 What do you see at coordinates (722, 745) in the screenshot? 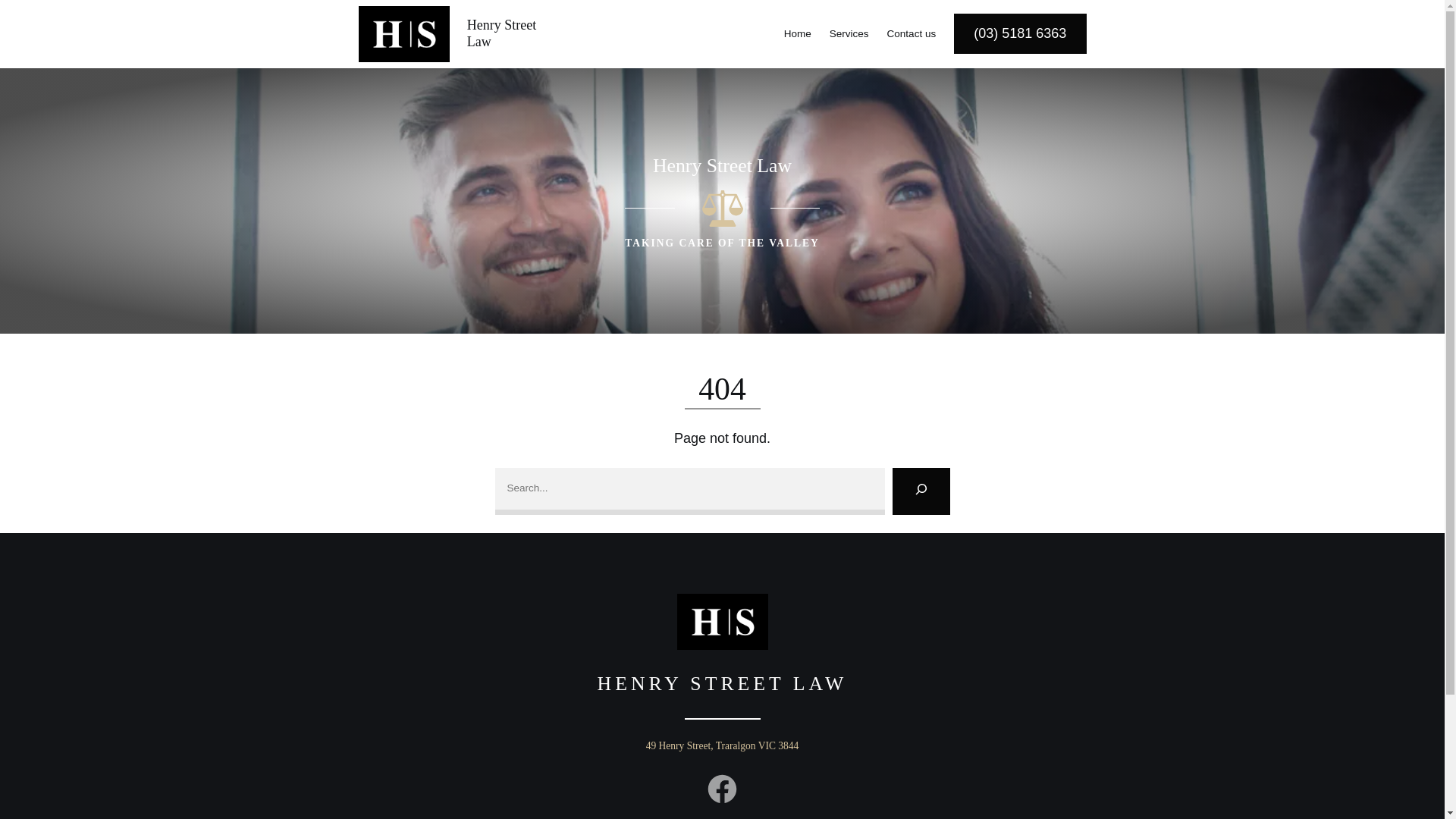
I see `'49 Henry Street, Traralgon VIC 3844'` at bounding box center [722, 745].